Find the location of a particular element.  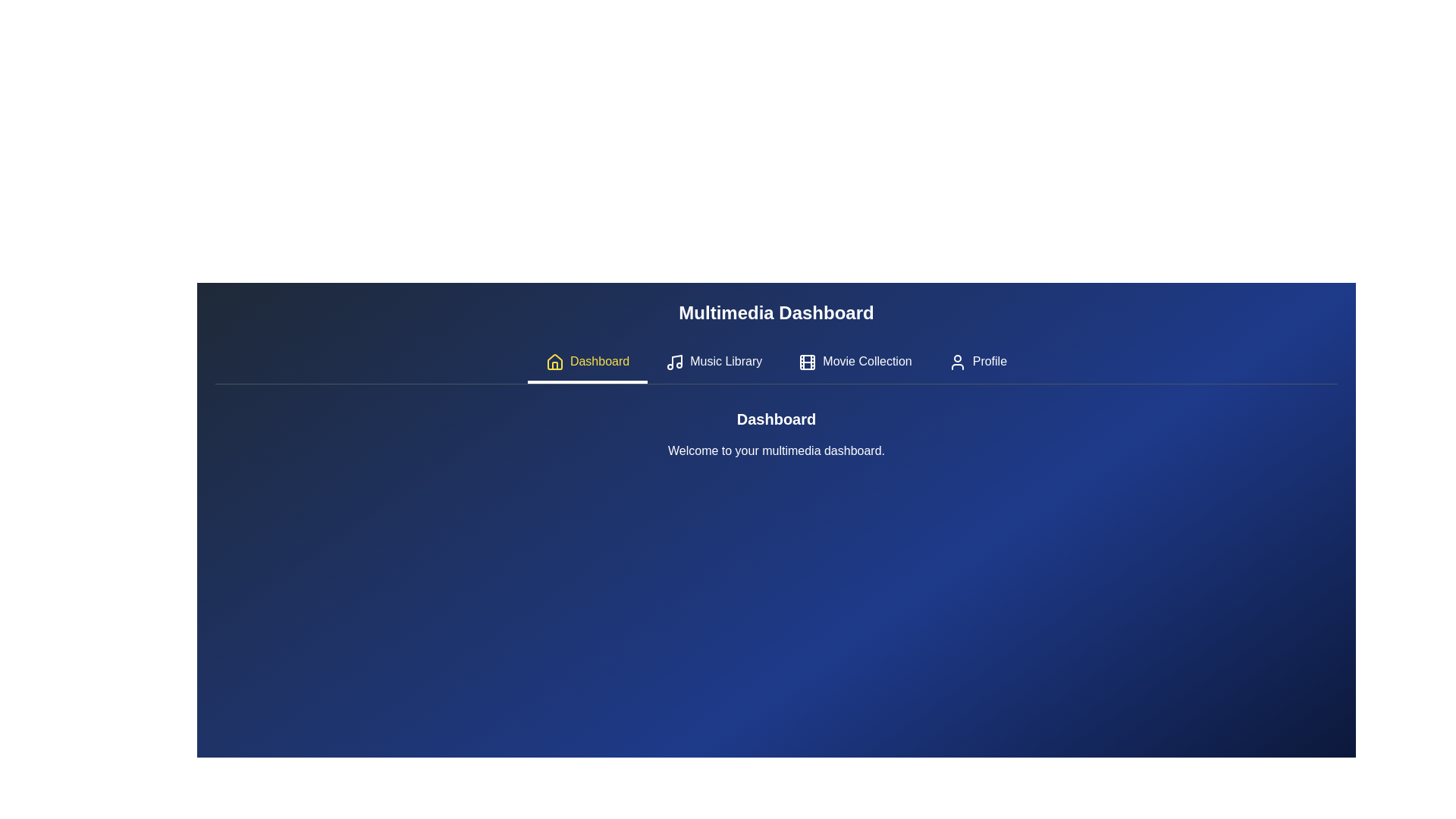

the tab labeled Dashboard to activate it is located at coordinates (586, 362).